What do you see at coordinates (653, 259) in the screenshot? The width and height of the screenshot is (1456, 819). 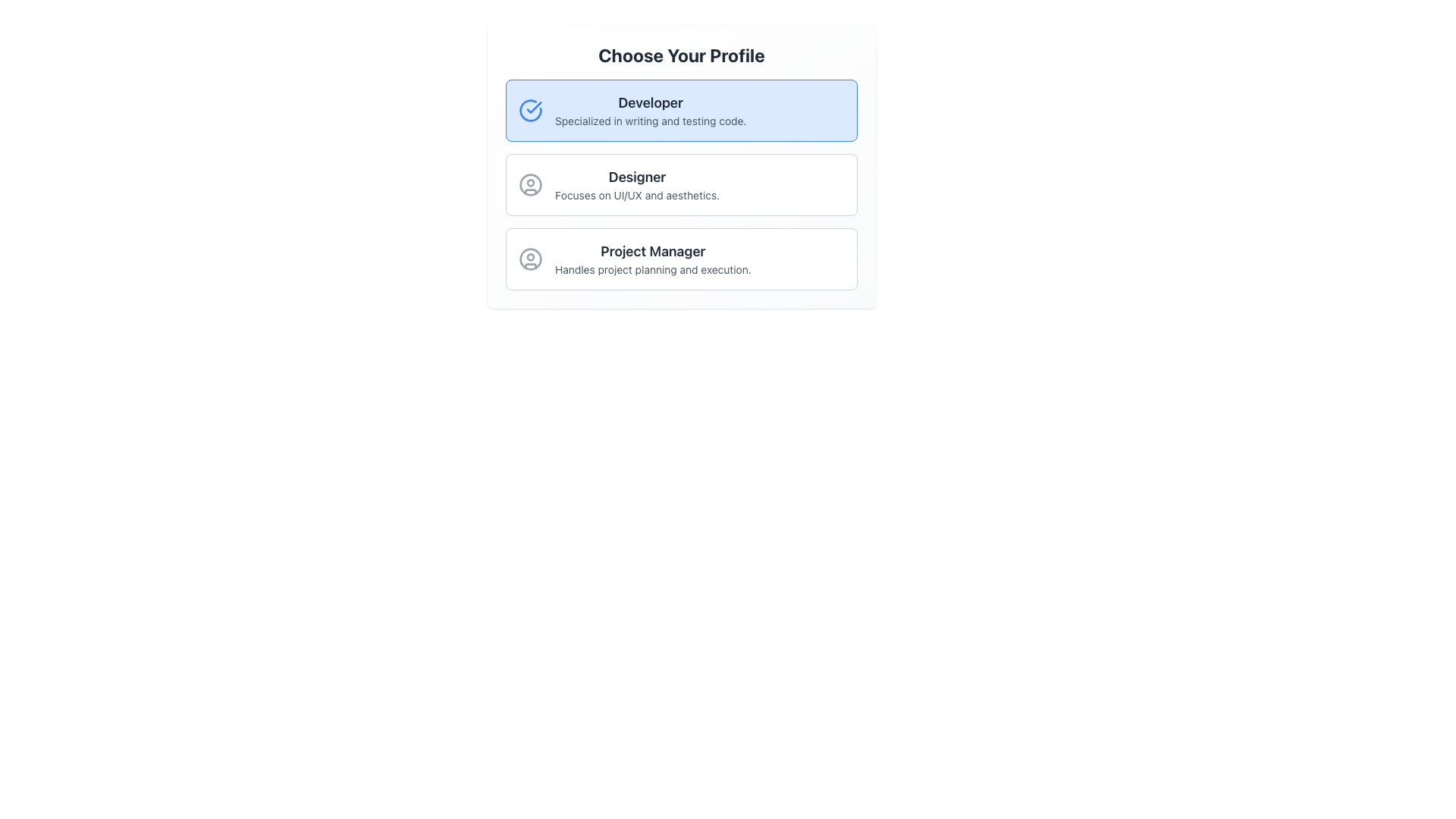 I see `the 'Project Manager' label with descriptive text` at bounding box center [653, 259].